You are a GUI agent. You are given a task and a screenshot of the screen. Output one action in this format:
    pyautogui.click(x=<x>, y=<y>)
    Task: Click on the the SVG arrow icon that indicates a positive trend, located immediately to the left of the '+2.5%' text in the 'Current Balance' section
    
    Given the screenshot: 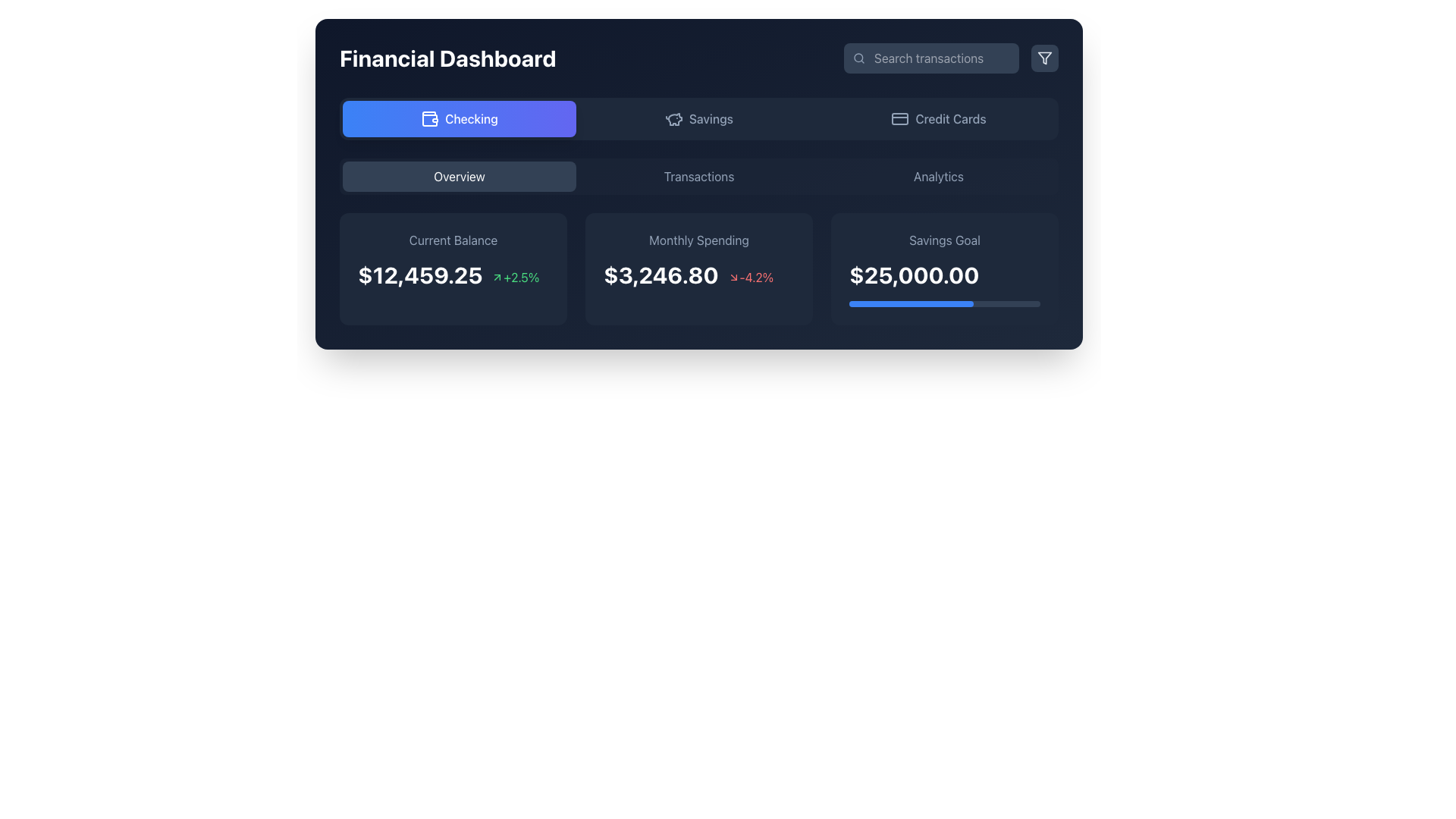 What is the action you would take?
    pyautogui.click(x=497, y=278)
    